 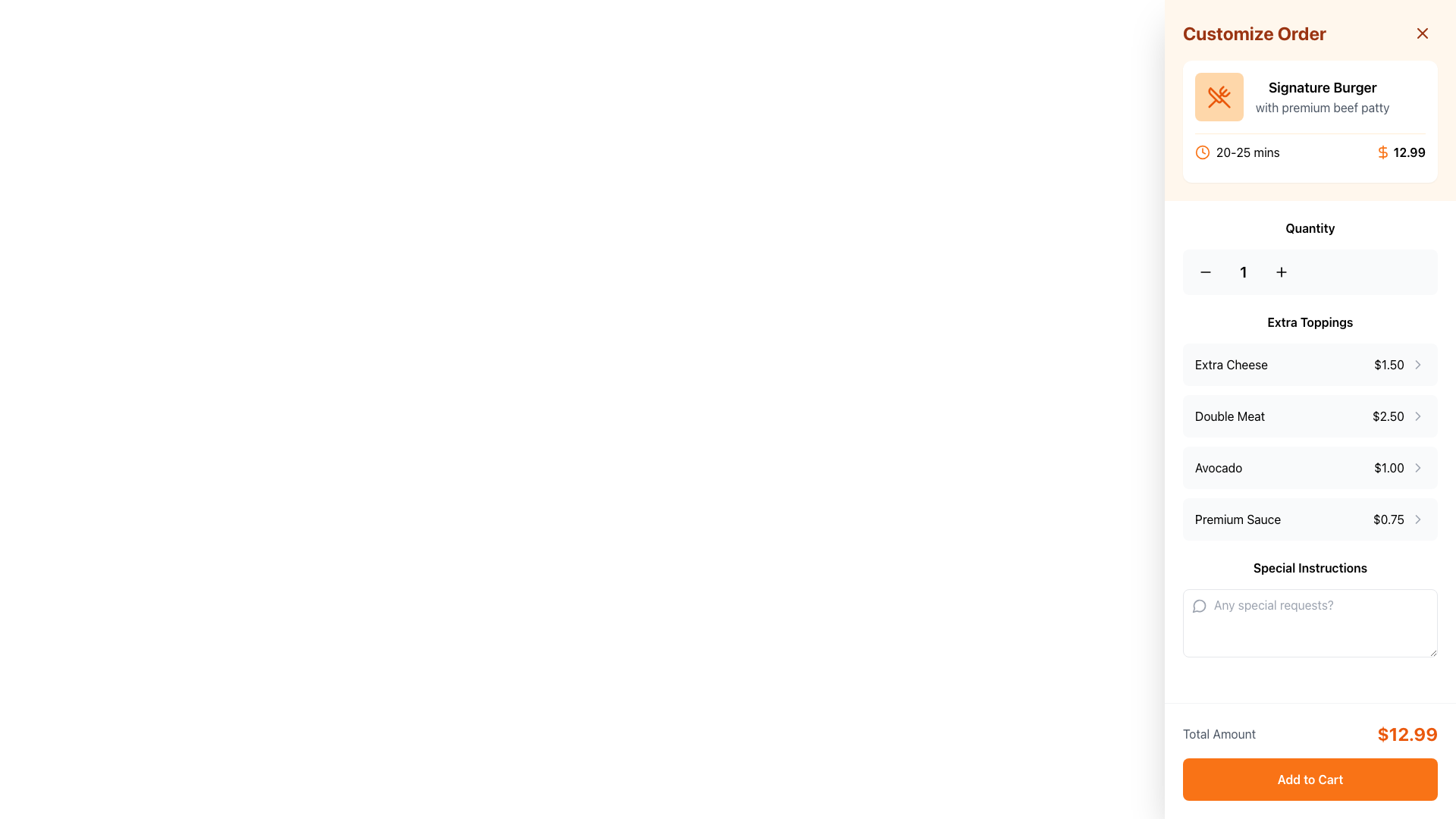 What do you see at coordinates (1219, 467) in the screenshot?
I see `the 'Extra Toppings' text label` at bounding box center [1219, 467].